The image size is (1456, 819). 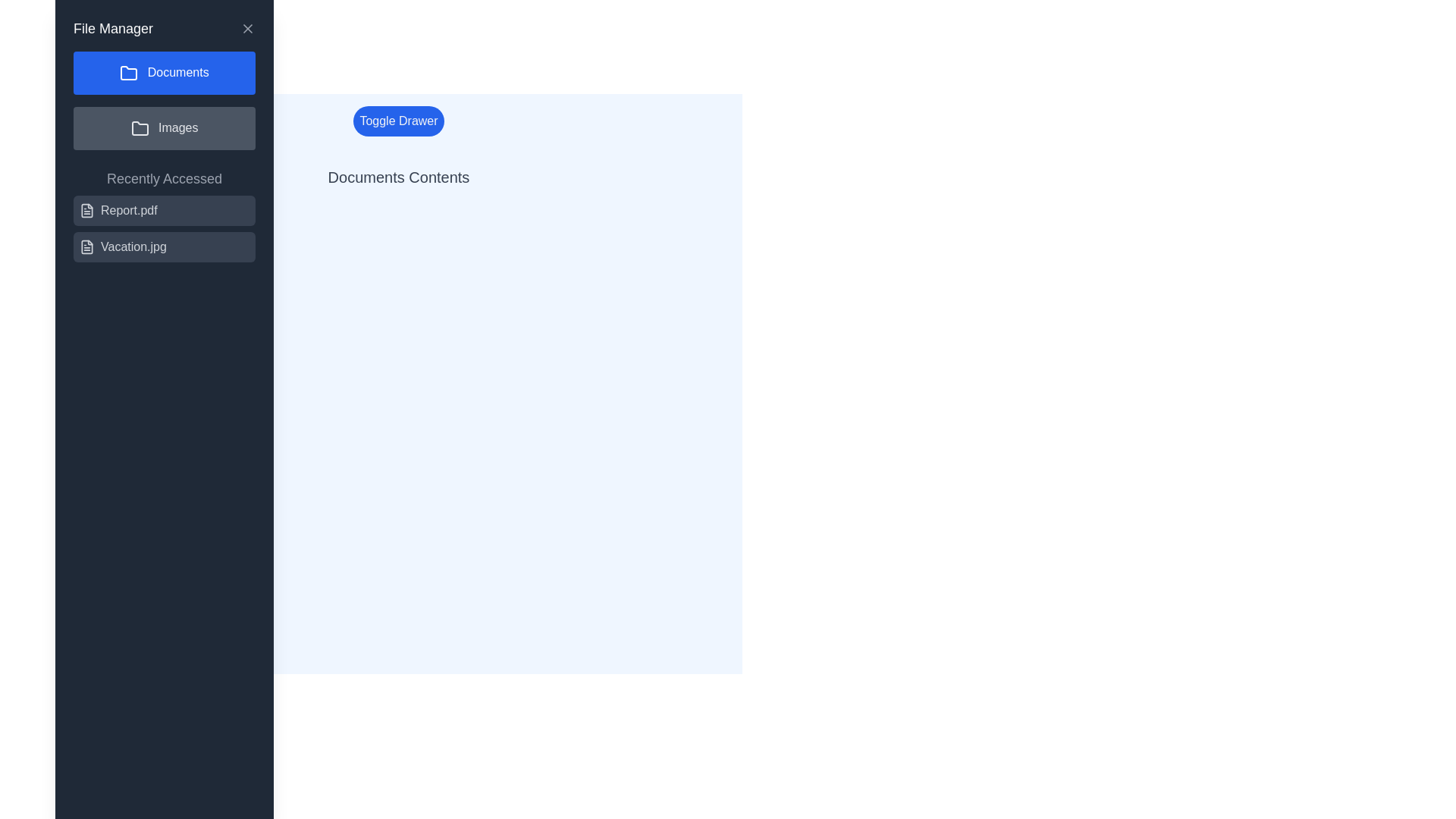 I want to click on the folder icon represented by the SVG graphical element with a rectangular body and a tab cutout, so click(x=140, y=127).